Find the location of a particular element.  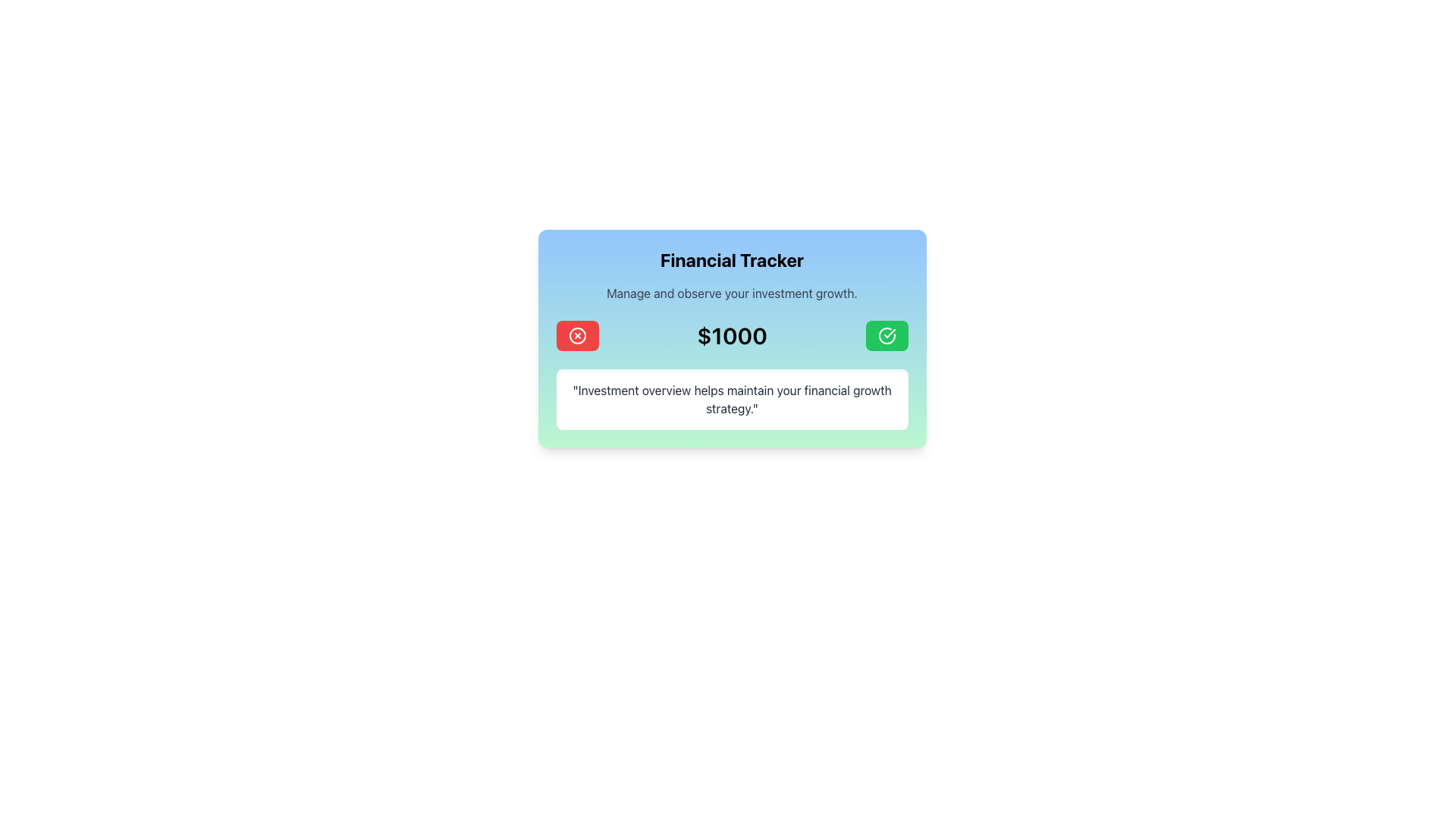

the text element displaying the numerical value '$1000', which is styled with a large bold font and centrally positioned within its colored card, below the title 'Manage and observe your investment growth.' and above the descriptive text 'Investment overview helps maintain your financial growth strategy.' is located at coordinates (732, 335).